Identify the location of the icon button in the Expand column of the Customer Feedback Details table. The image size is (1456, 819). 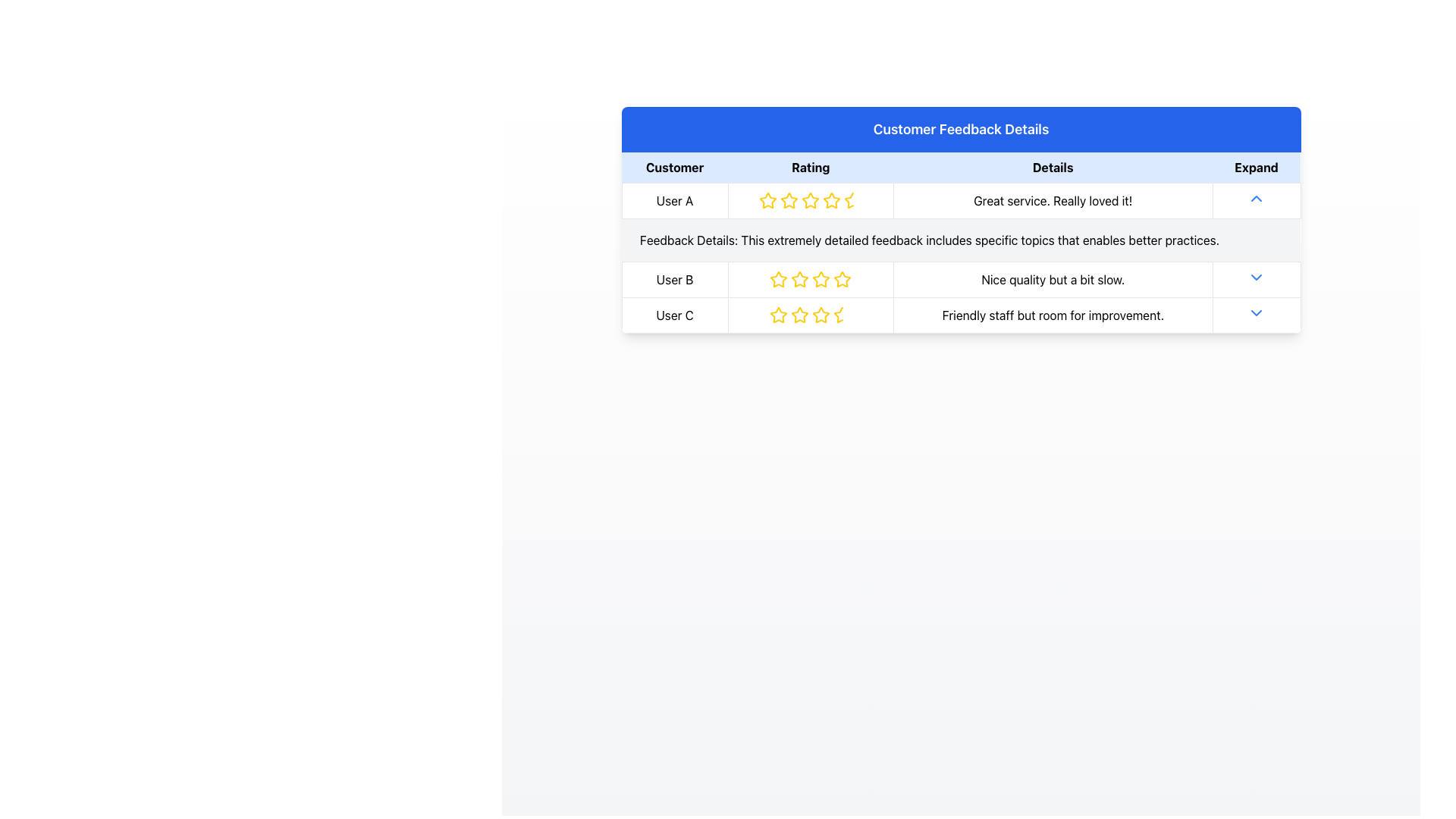
(1257, 198).